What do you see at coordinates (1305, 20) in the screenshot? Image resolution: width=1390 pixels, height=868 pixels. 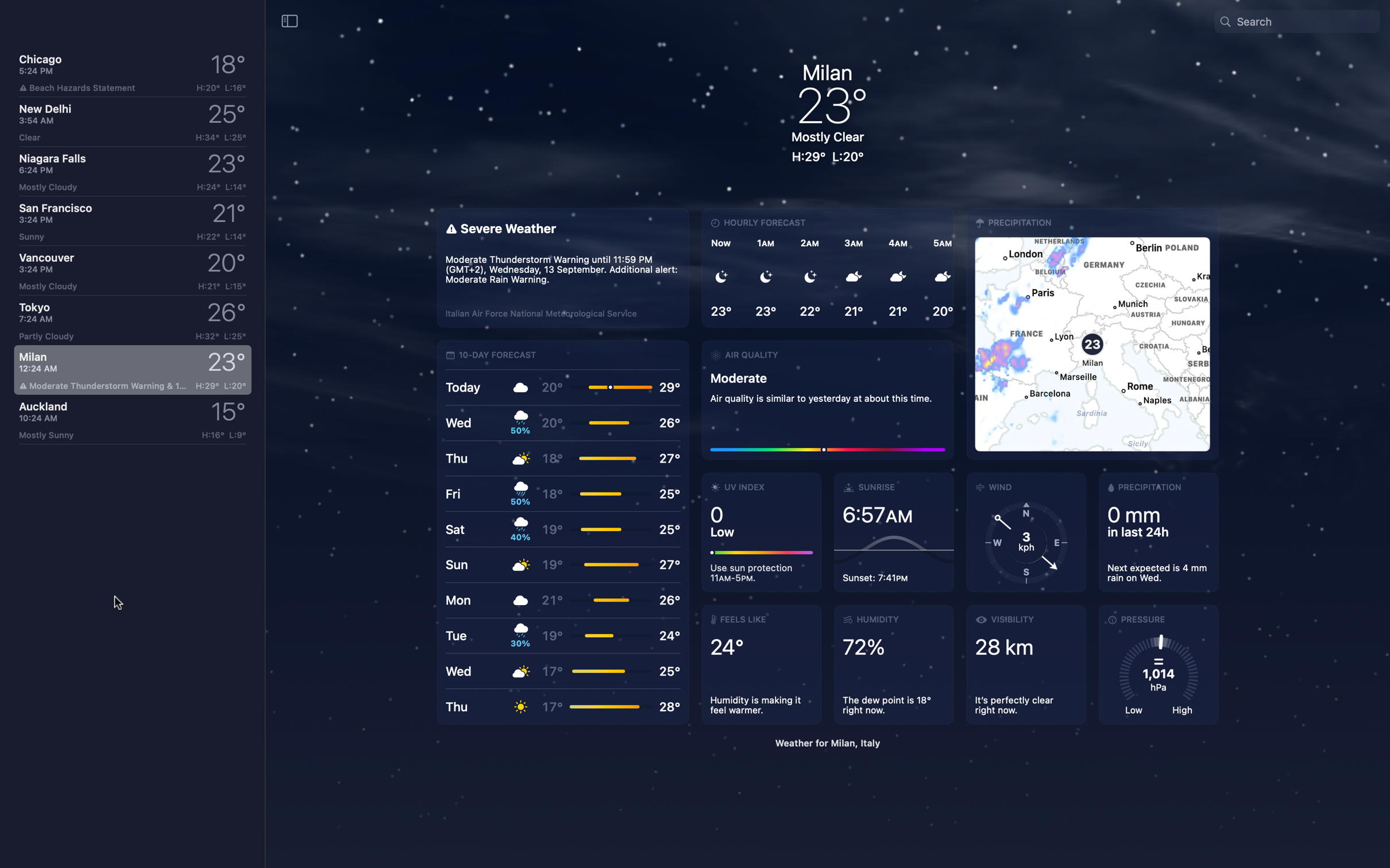 I see `Search for the temperature in "Paris France` at bounding box center [1305, 20].